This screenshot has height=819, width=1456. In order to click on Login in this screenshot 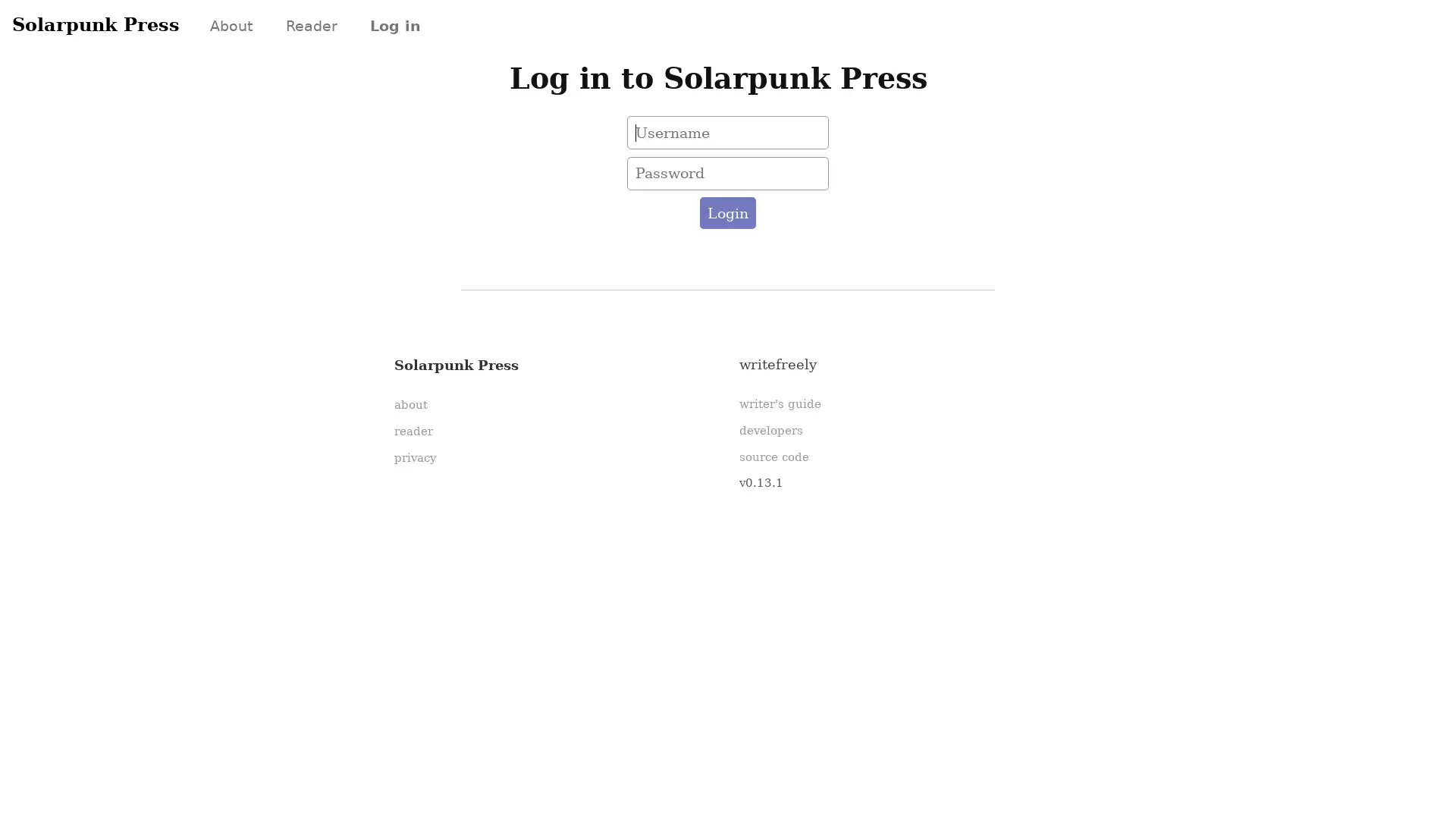, I will do `click(726, 213)`.